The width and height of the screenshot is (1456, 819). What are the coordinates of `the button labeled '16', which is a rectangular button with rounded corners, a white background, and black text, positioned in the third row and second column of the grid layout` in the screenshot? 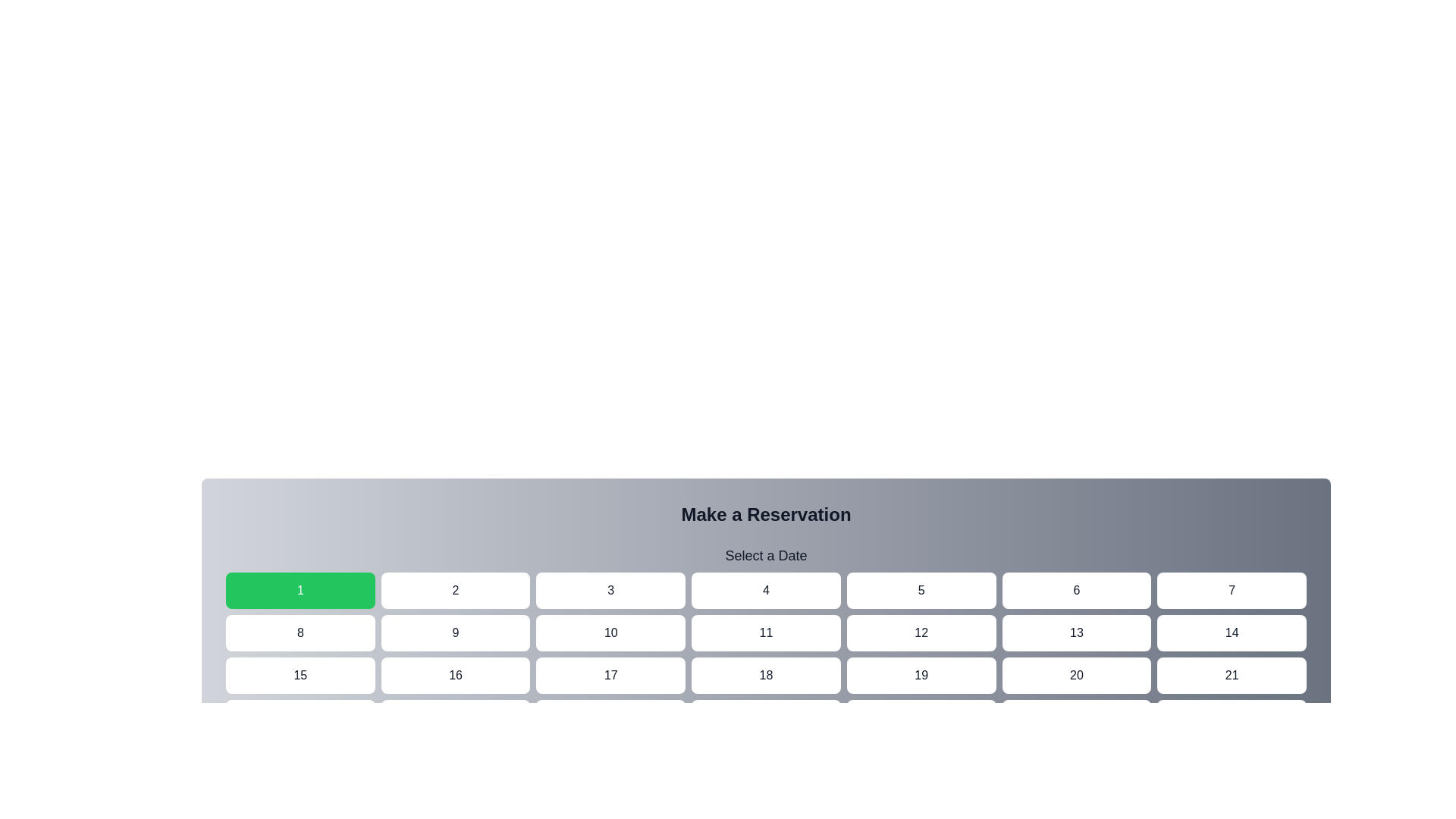 It's located at (455, 675).